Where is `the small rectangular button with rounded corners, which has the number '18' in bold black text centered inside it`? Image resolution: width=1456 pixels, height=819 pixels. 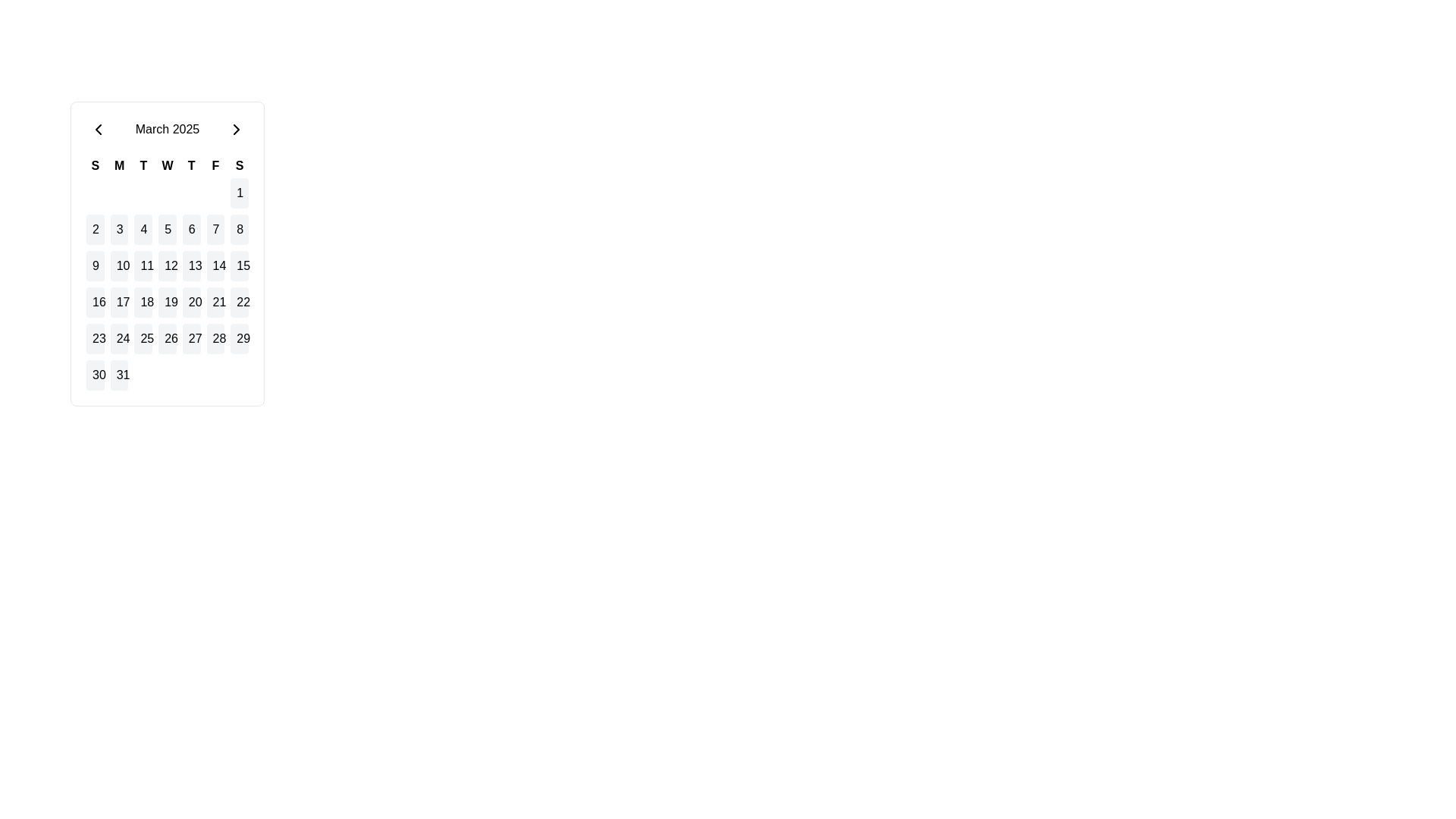
the small rectangular button with rounded corners, which has the number '18' in bold black text centered inside it is located at coordinates (143, 302).